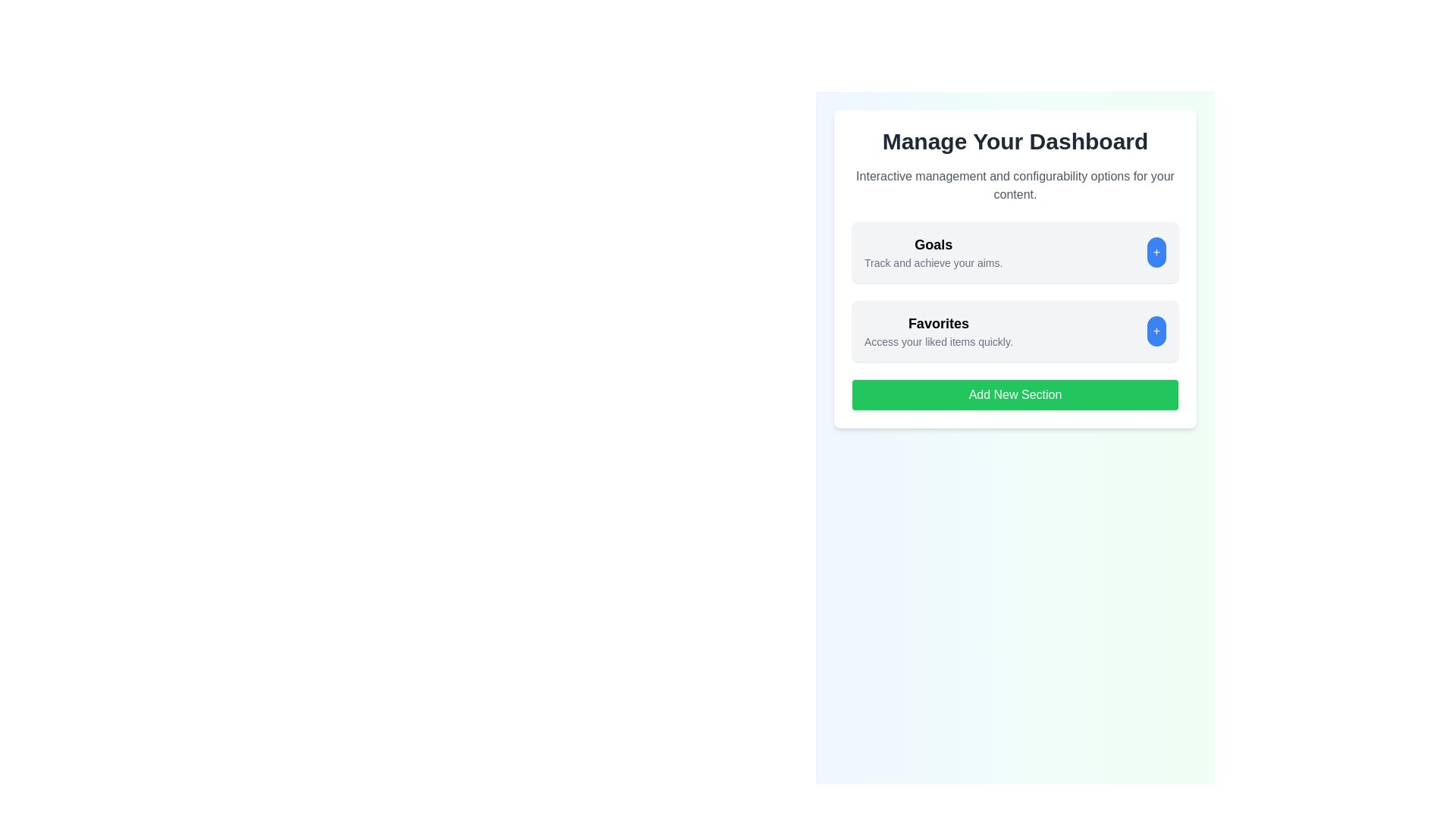  I want to click on the 'Favorites' text label which is located in the middle-right section of the interface within a card-like component below the 'Goals' section, so click(937, 330).